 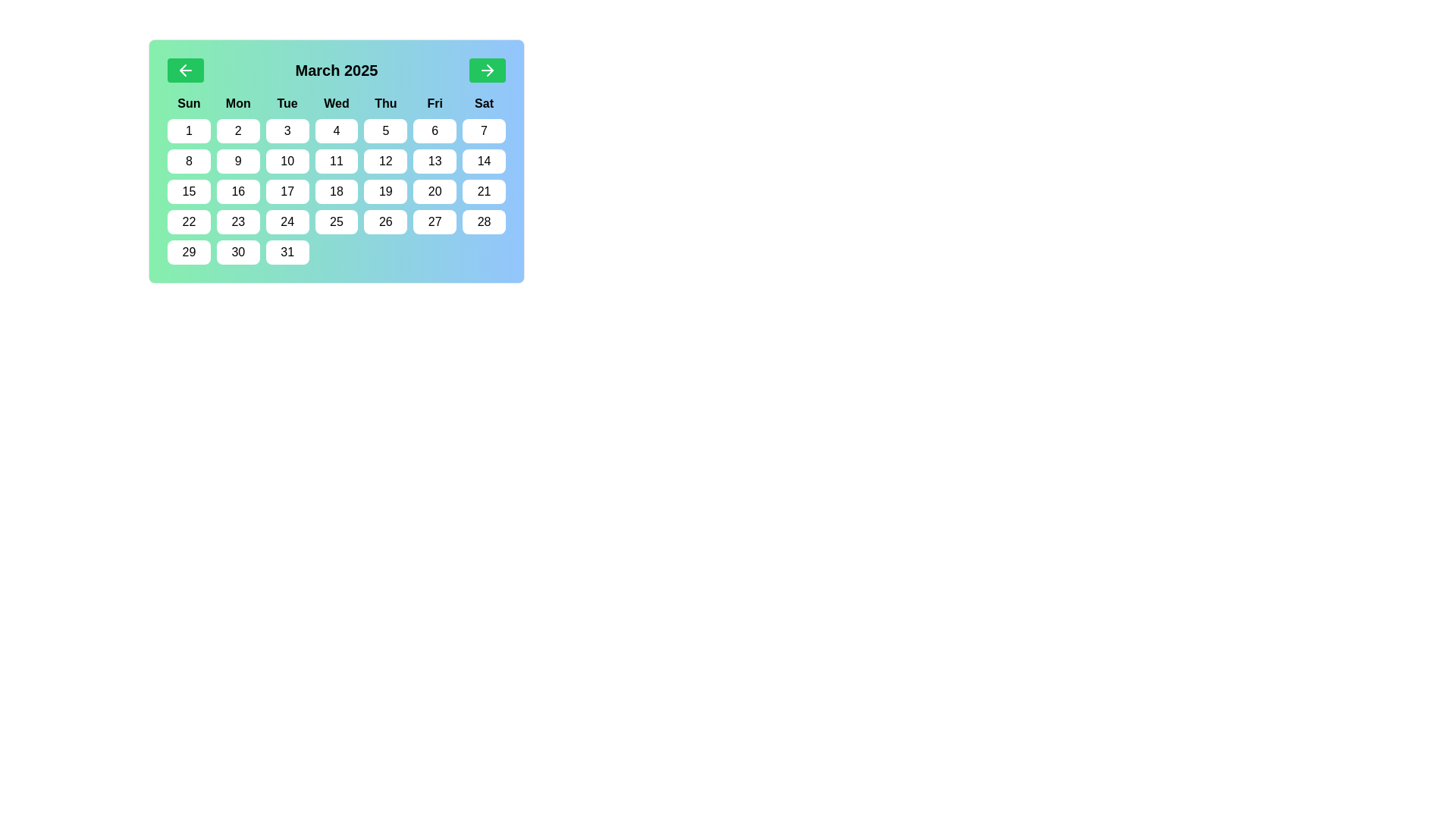 What do you see at coordinates (483, 130) in the screenshot?
I see `the button displaying the number '7' which is located in the first row and last column of the calendar grid under the 'Sat' header` at bounding box center [483, 130].